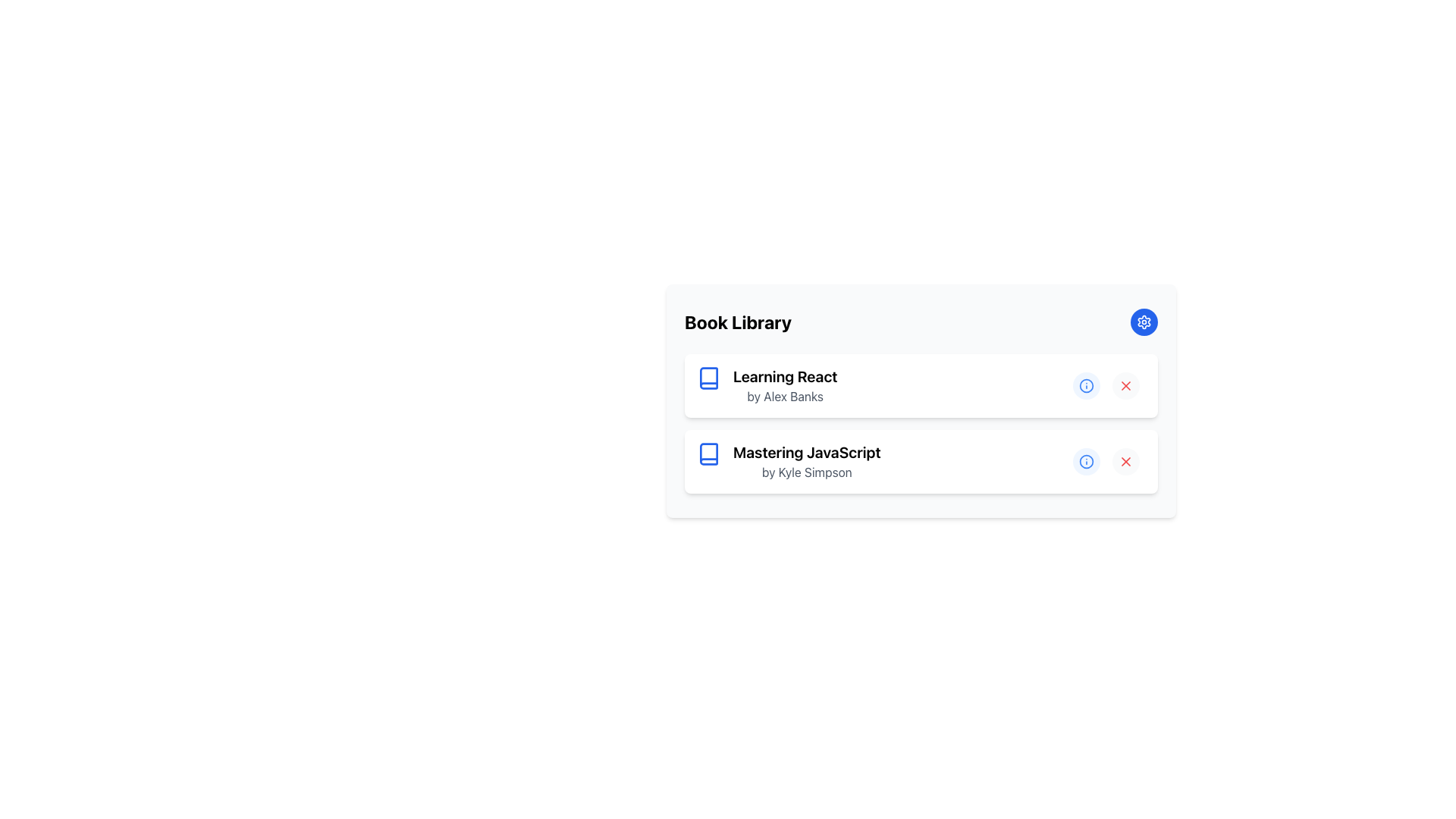 The image size is (1456, 819). What do you see at coordinates (785, 376) in the screenshot?
I see `the title text label 'Learning React' that serves as the clear identifier for the book item` at bounding box center [785, 376].